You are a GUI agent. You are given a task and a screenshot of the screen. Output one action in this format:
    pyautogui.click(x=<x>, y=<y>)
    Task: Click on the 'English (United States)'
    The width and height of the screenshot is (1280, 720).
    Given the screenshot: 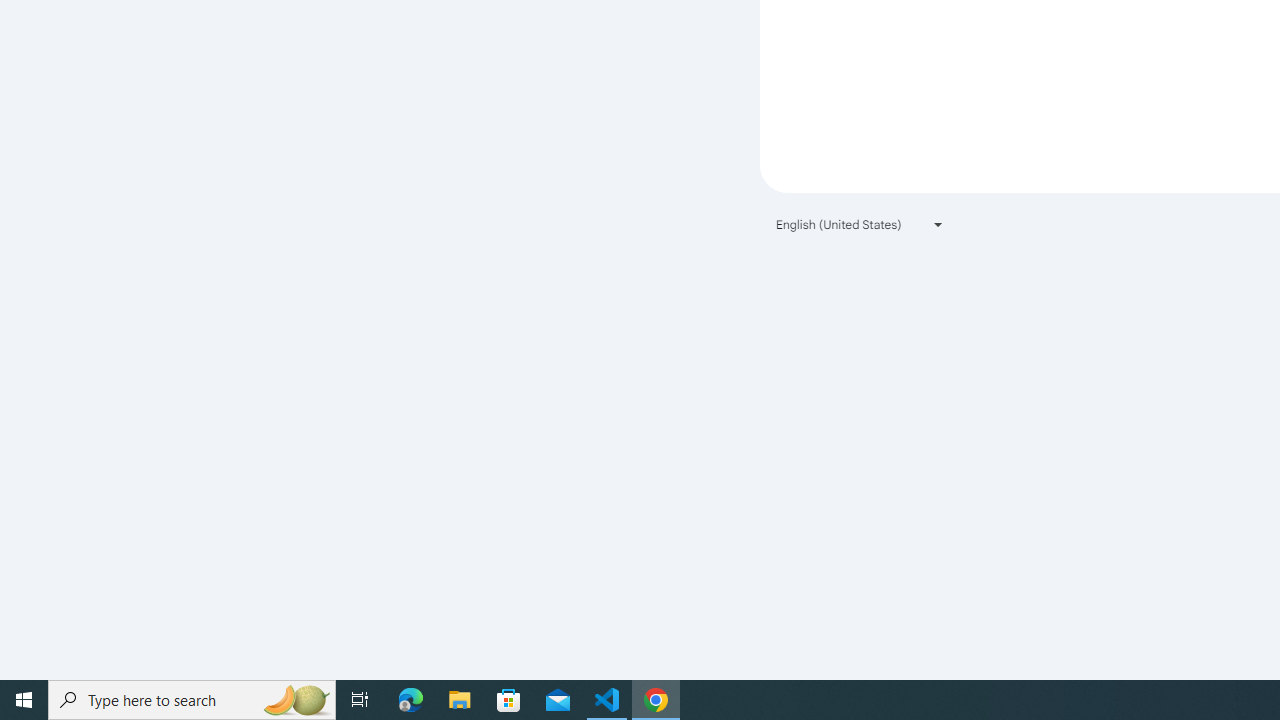 What is the action you would take?
    pyautogui.click(x=860, y=224)
    